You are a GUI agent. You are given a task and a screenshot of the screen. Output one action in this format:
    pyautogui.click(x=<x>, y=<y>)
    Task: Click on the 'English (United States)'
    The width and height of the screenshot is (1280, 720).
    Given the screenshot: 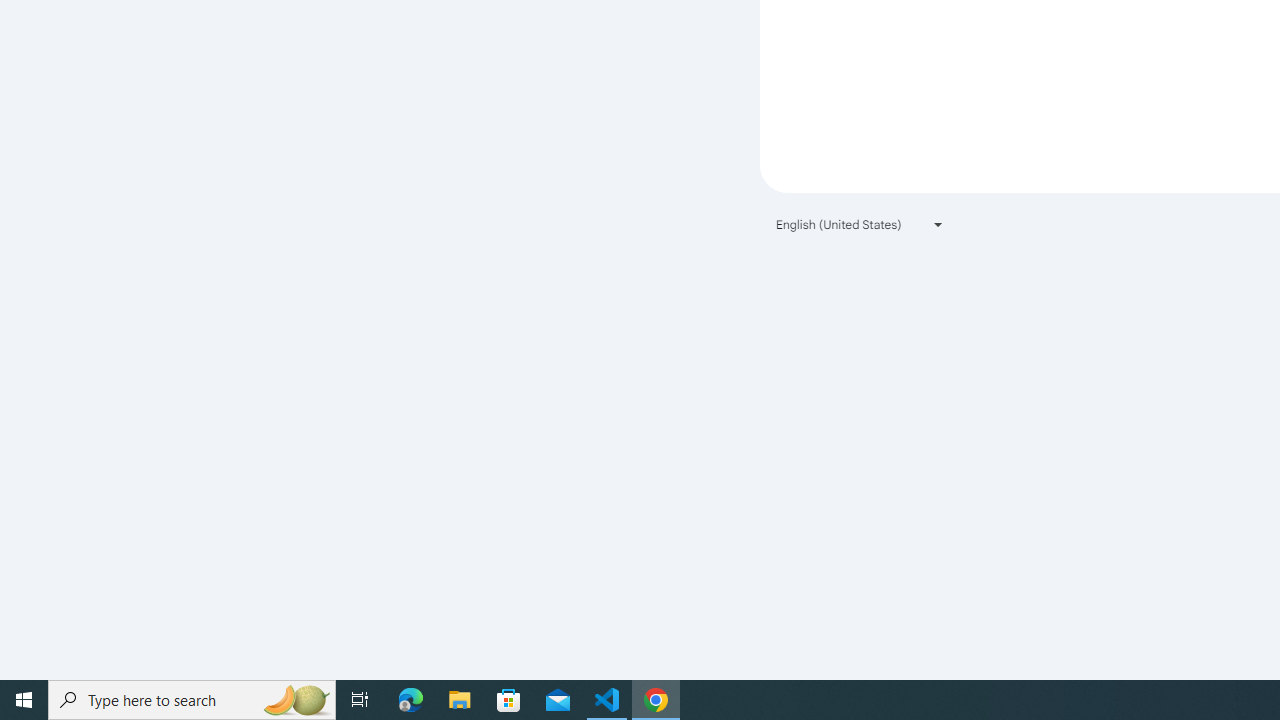 What is the action you would take?
    pyautogui.click(x=860, y=224)
    